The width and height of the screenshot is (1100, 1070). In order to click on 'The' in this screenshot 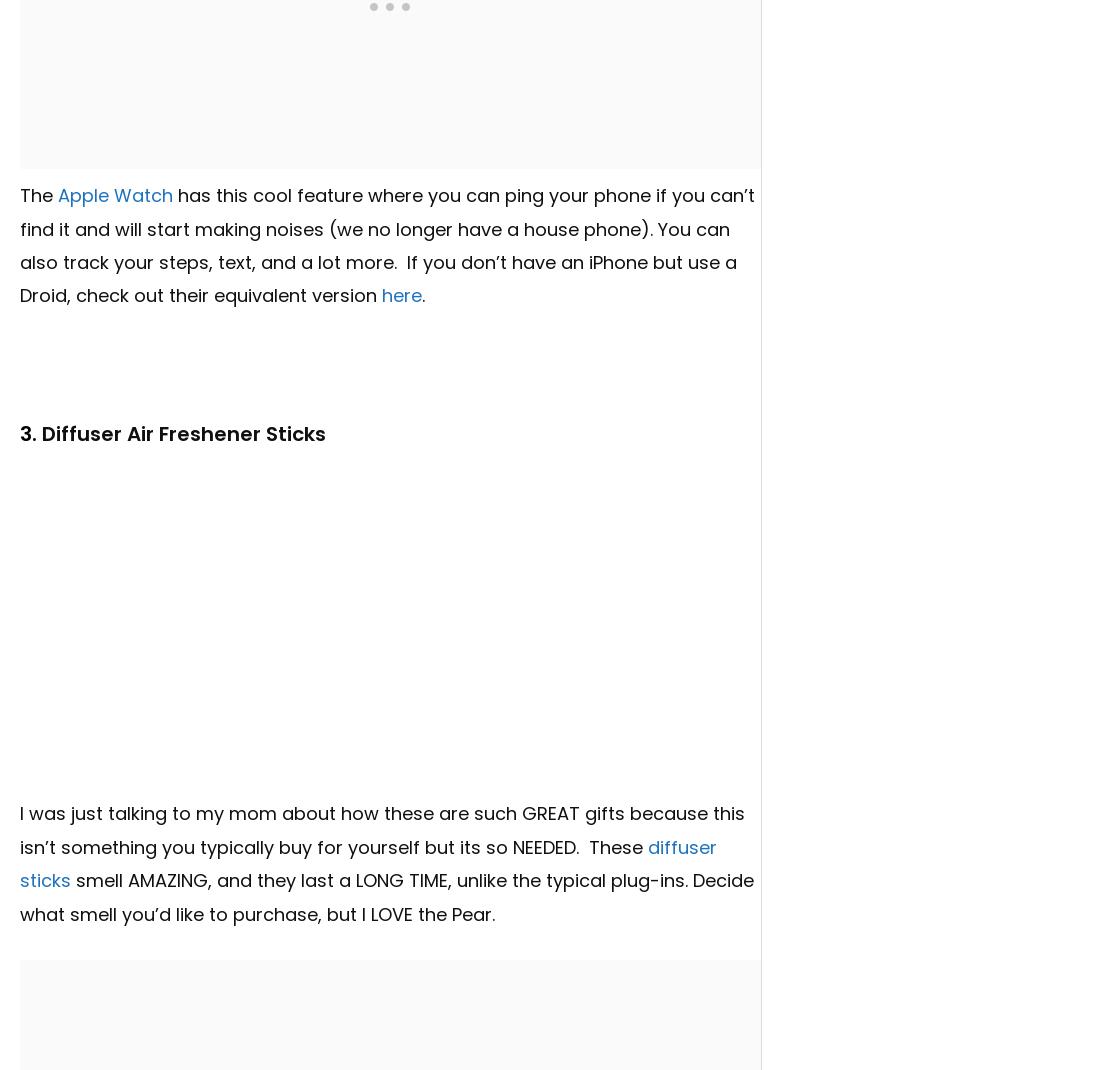, I will do `click(38, 194)`.